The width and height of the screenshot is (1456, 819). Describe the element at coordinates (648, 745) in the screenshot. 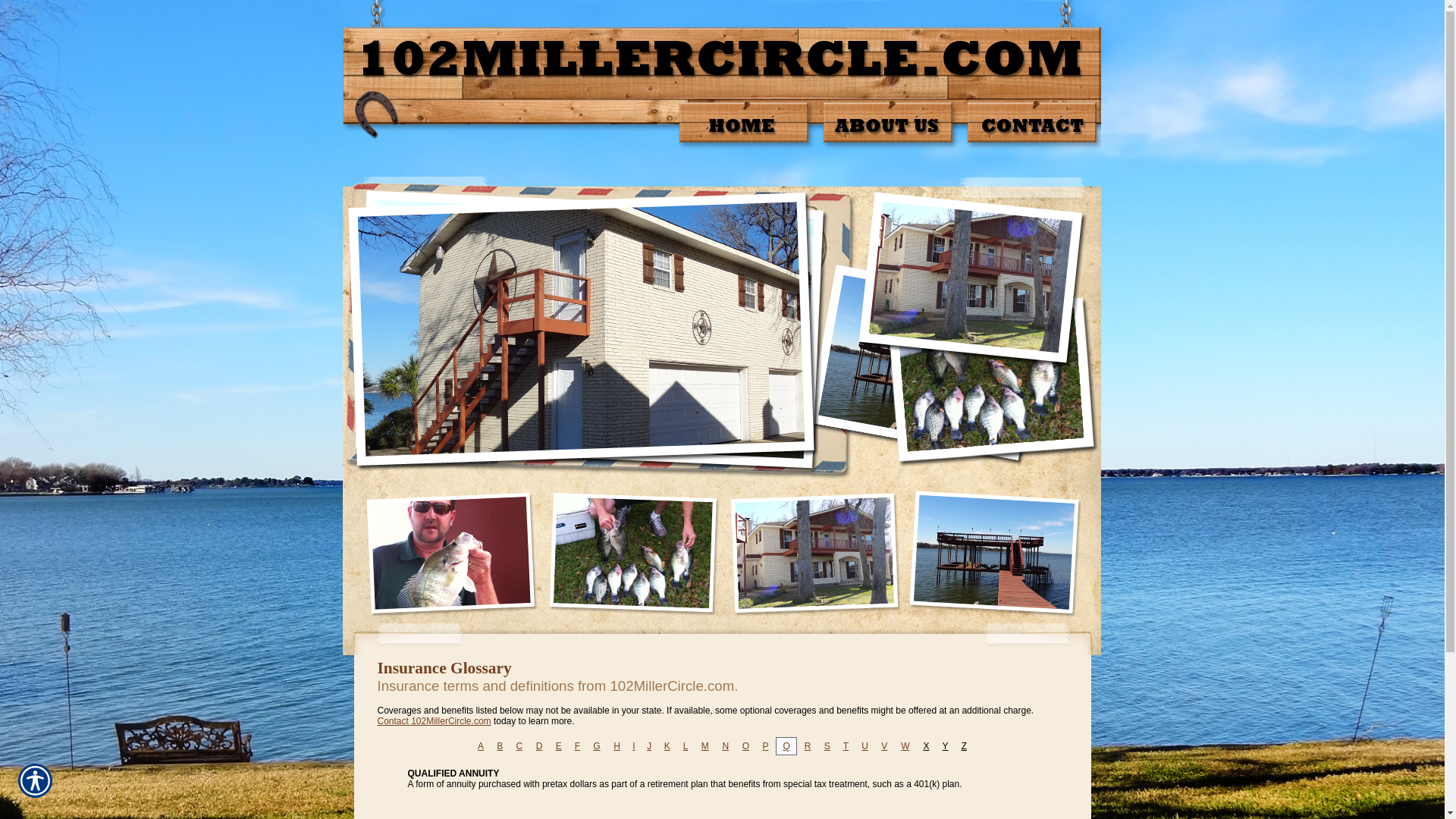

I see `'J'` at that location.